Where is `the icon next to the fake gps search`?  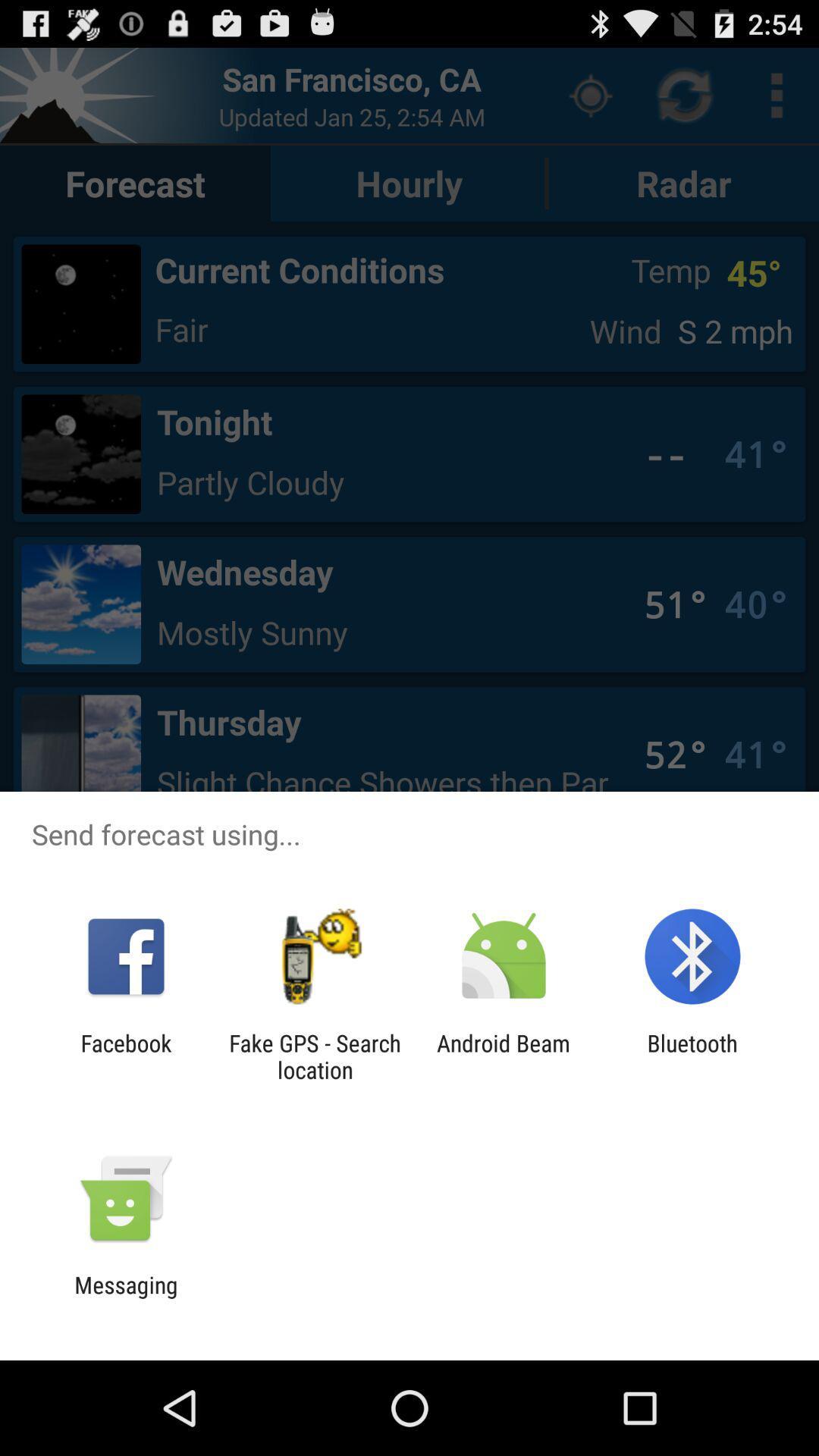 the icon next to the fake gps search is located at coordinates (125, 1056).